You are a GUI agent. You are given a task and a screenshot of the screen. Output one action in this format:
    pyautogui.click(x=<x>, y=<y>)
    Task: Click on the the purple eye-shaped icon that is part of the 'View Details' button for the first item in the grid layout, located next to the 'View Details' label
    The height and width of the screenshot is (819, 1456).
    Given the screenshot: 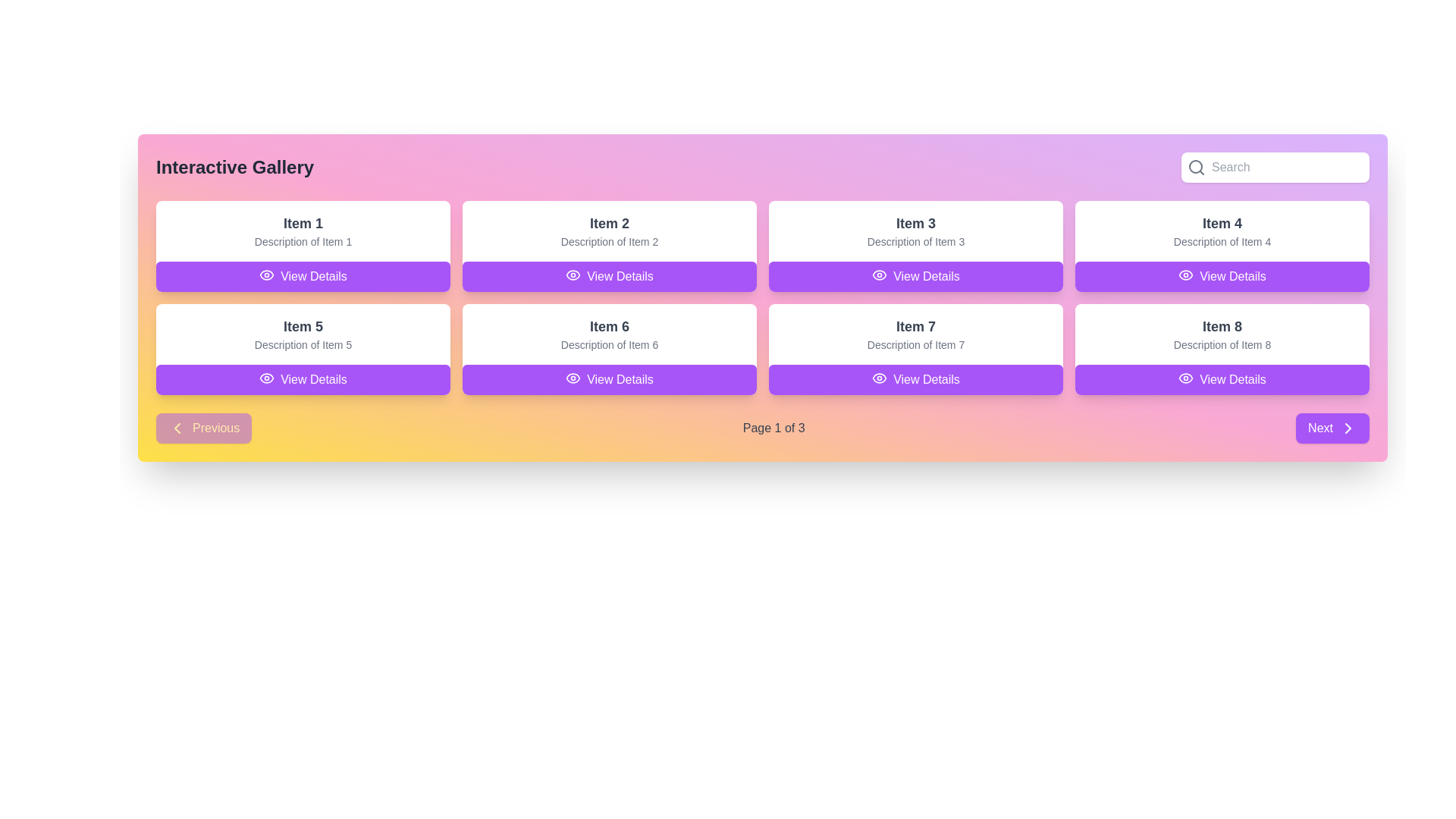 What is the action you would take?
    pyautogui.click(x=267, y=377)
    